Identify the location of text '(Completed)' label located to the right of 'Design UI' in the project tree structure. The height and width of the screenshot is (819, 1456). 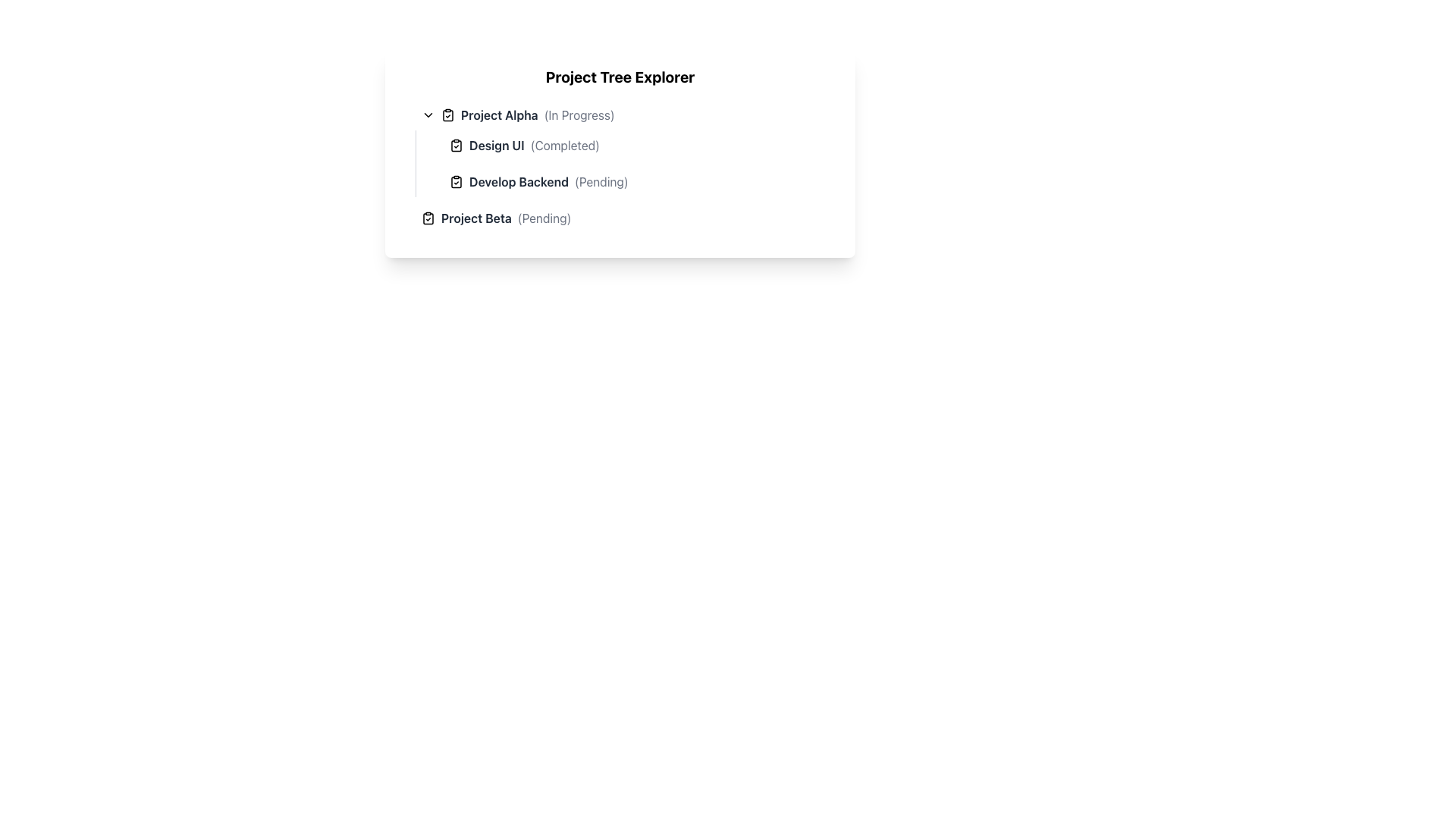
(564, 146).